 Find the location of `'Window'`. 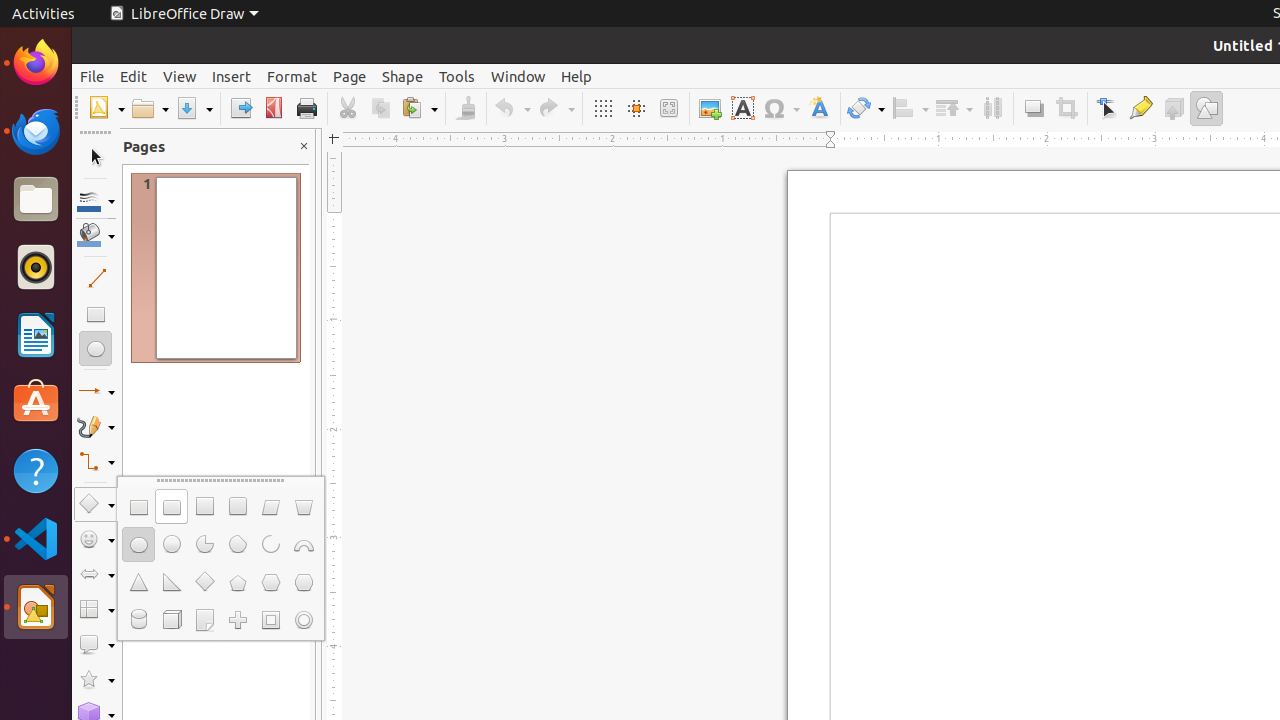

'Window' is located at coordinates (518, 75).